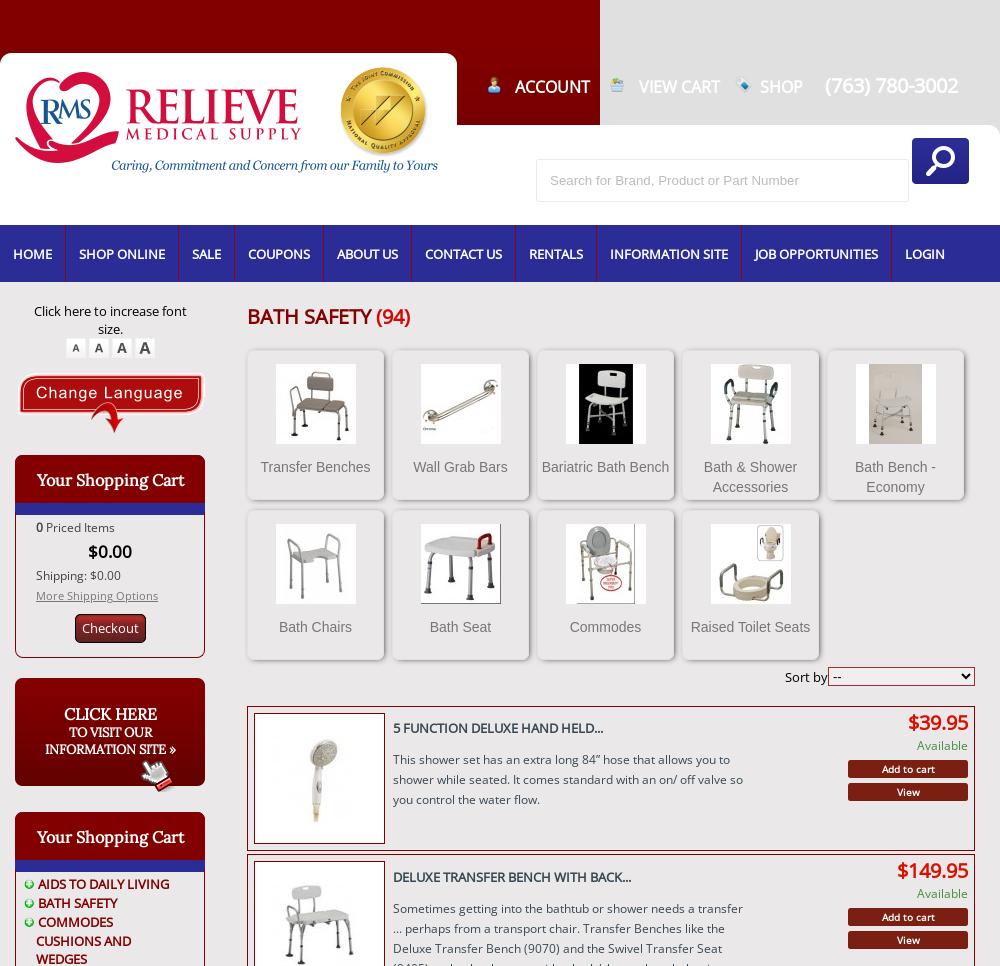  I want to click on '0', so click(41, 527).